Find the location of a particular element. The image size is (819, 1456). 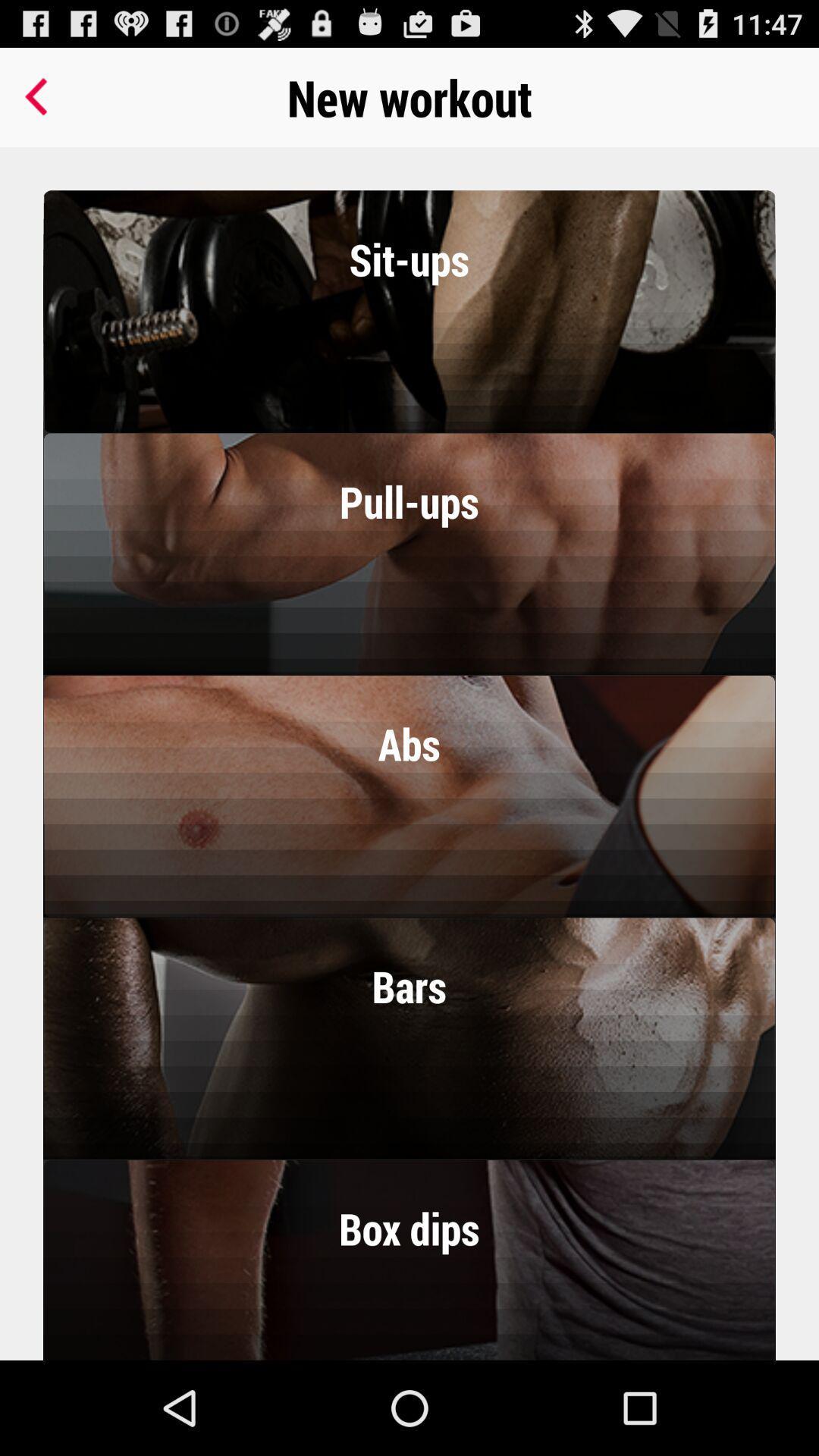

item next to the new workout item is located at coordinates (39, 96).